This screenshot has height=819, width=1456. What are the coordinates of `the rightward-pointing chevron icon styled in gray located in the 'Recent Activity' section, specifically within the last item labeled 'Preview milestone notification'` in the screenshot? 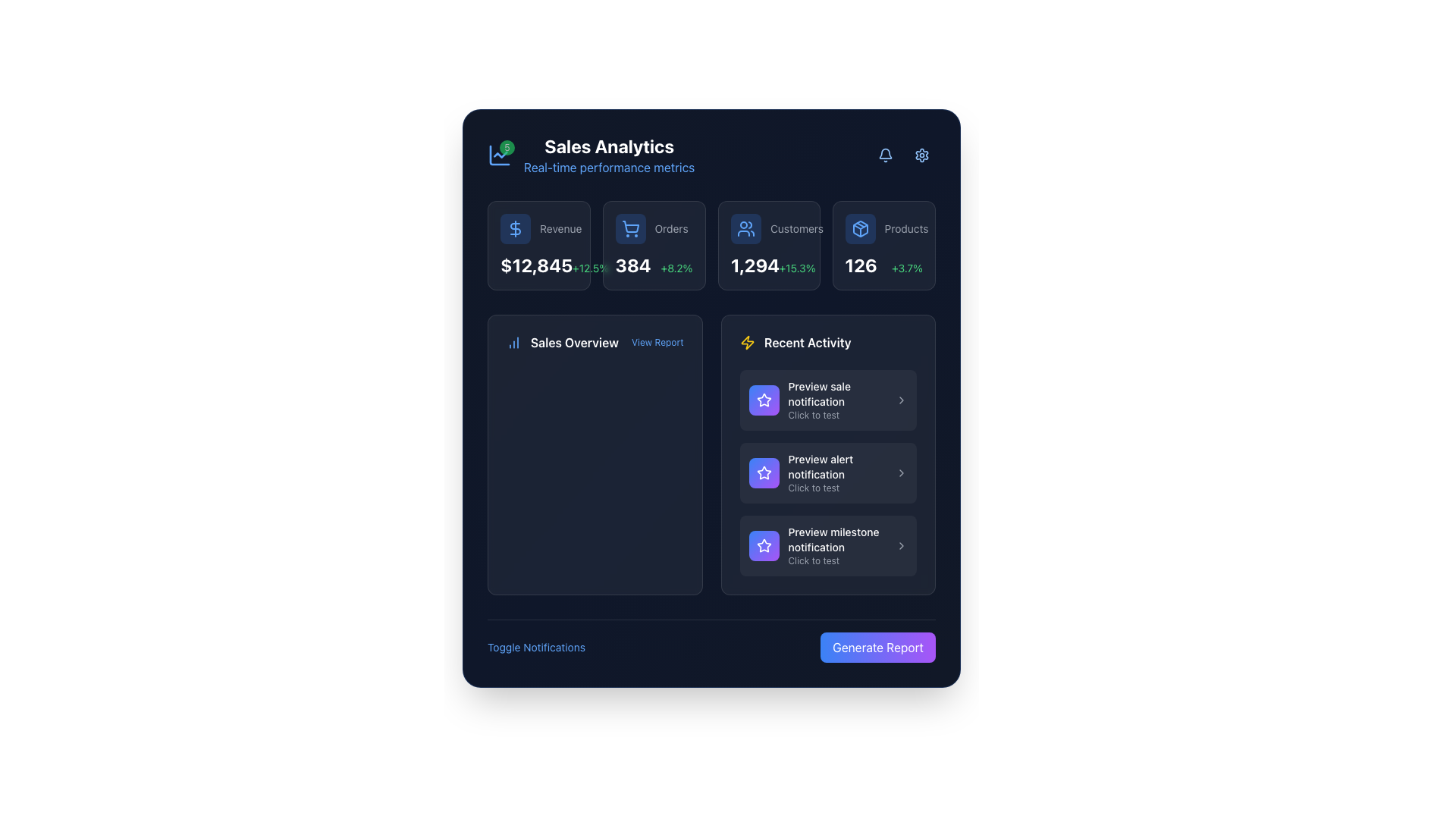 It's located at (902, 546).